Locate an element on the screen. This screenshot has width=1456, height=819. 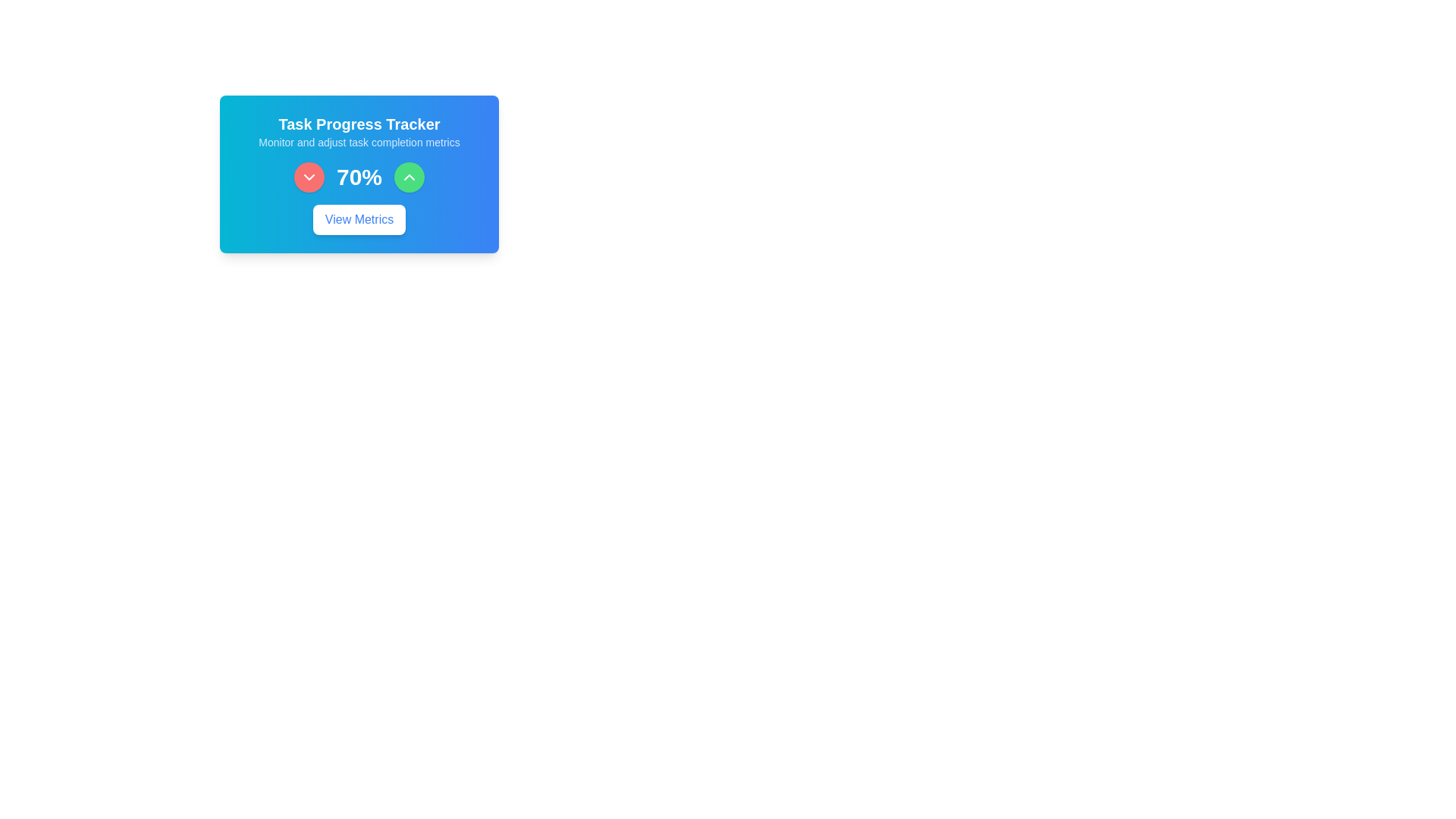
the 'View Metrics' button, which has a white background and blue text is located at coordinates (359, 219).